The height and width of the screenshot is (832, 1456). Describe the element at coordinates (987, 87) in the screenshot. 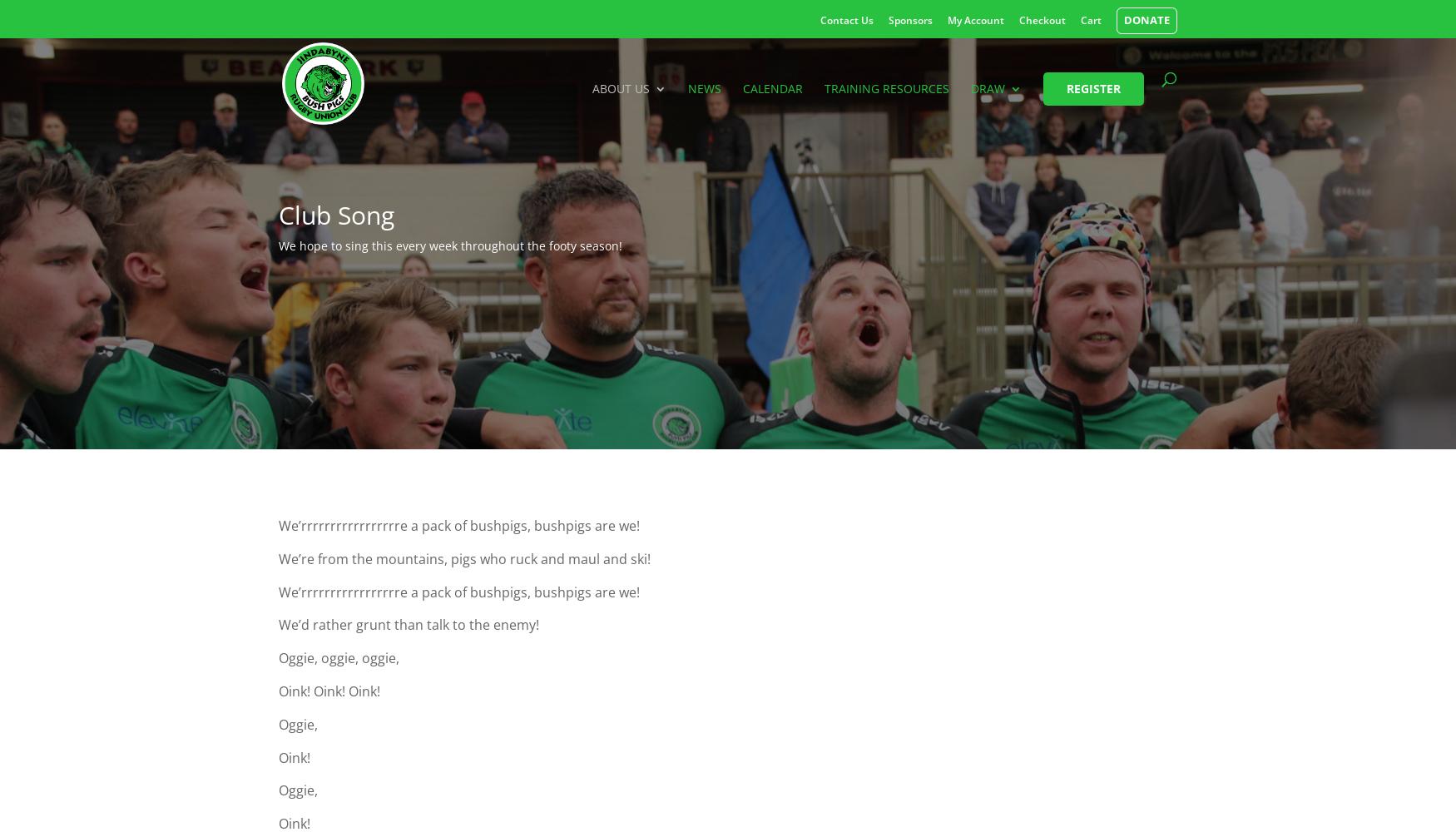

I see `'Draw'` at that location.